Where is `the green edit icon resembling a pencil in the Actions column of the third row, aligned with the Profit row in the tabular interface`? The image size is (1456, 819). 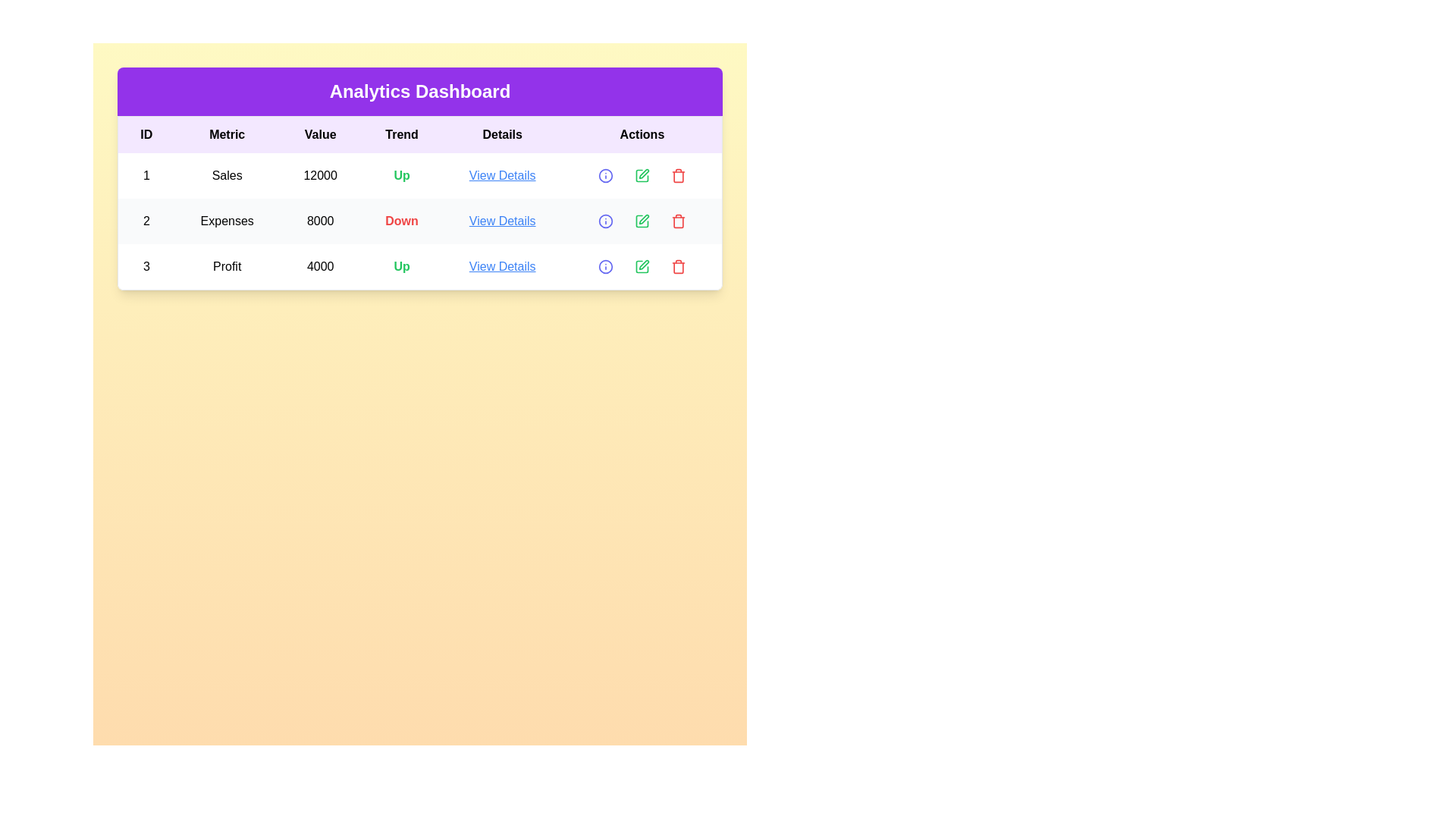 the green edit icon resembling a pencil in the Actions column of the third row, aligned with the Profit row in the tabular interface is located at coordinates (642, 265).